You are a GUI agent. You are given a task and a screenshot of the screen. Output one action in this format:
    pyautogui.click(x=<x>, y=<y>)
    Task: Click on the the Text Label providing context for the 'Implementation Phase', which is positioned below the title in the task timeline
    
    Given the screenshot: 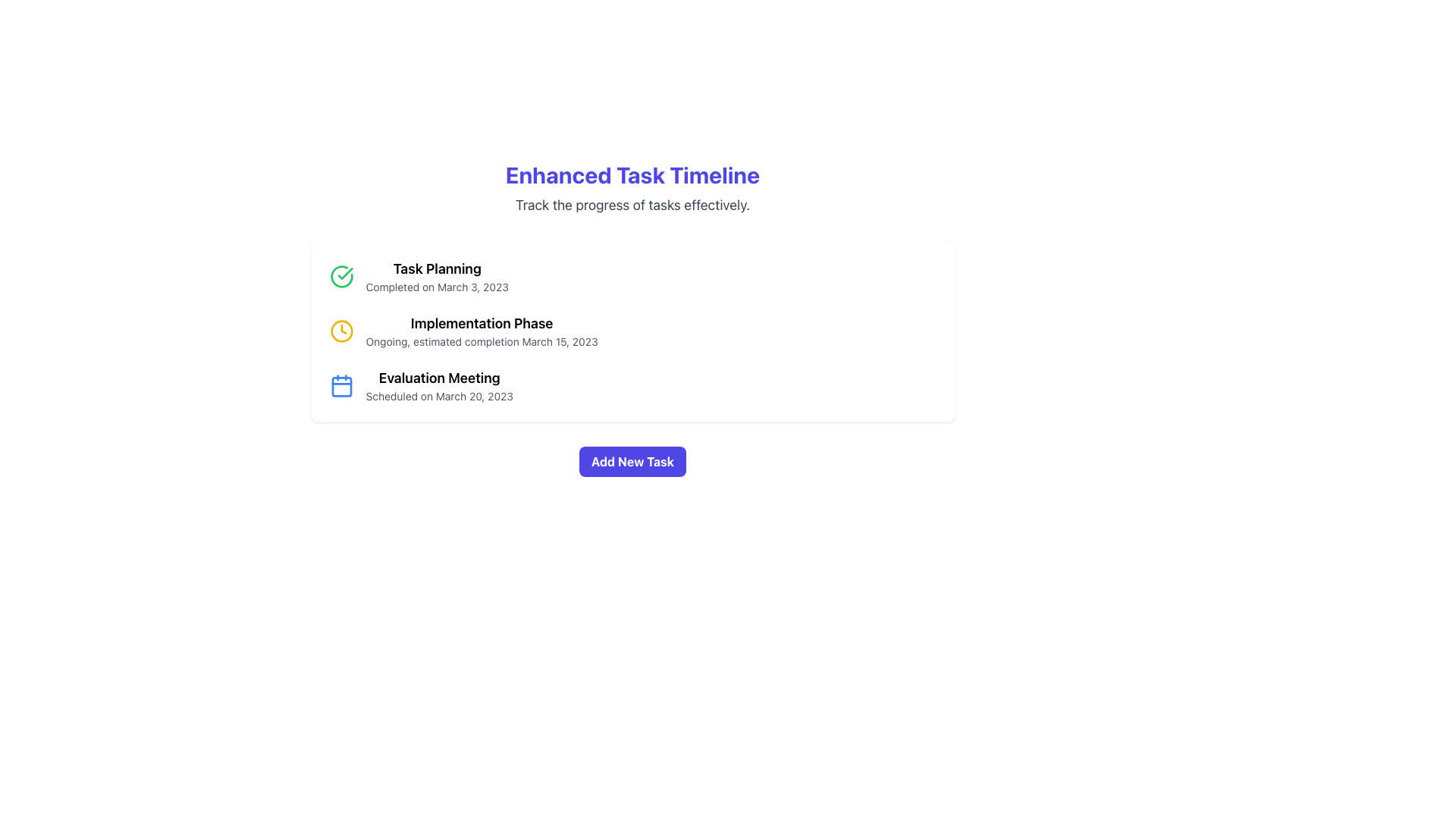 What is the action you would take?
    pyautogui.click(x=481, y=342)
    